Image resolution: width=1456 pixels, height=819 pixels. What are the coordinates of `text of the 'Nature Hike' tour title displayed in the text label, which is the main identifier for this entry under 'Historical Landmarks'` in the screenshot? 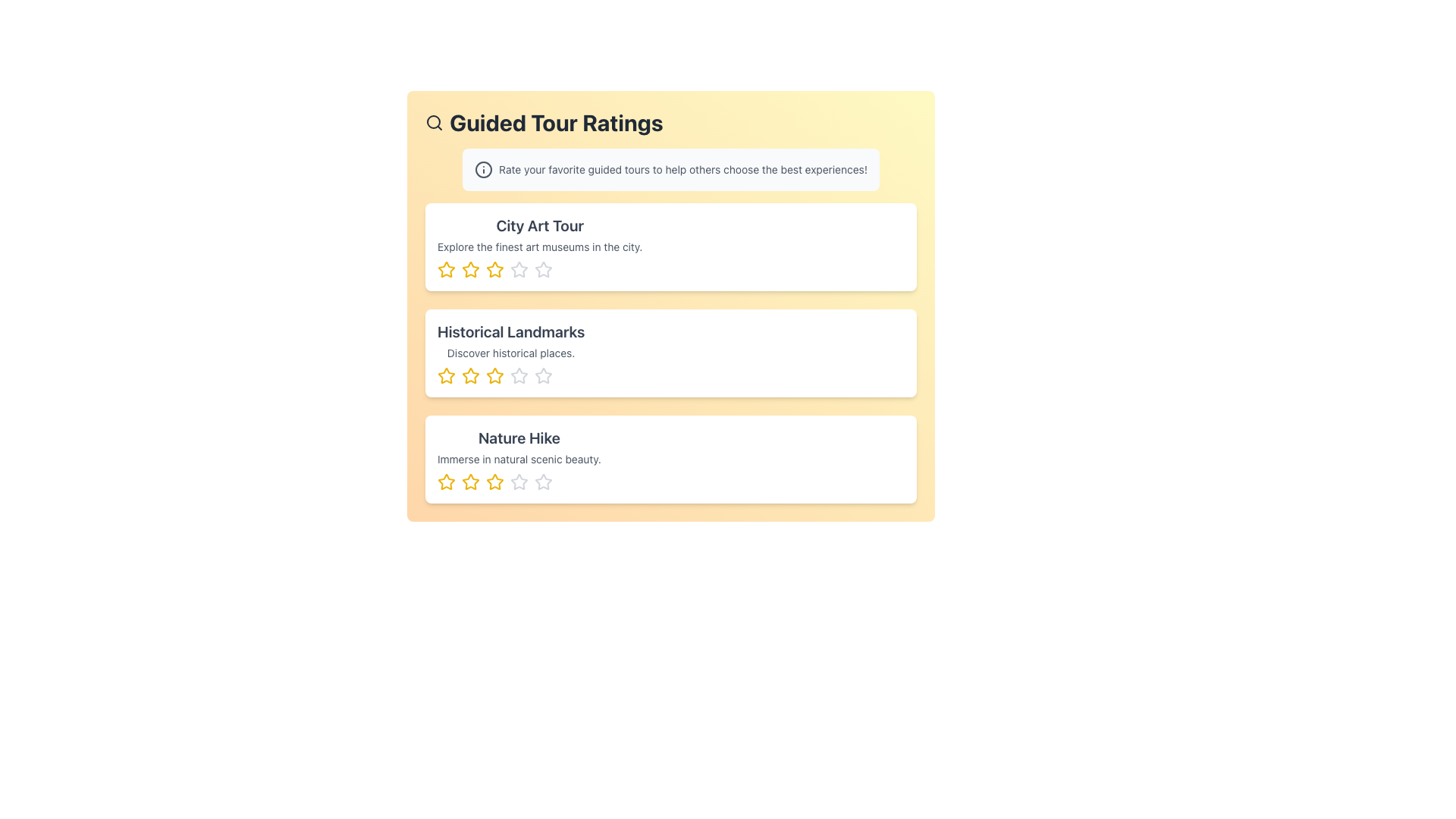 It's located at (519, 438).